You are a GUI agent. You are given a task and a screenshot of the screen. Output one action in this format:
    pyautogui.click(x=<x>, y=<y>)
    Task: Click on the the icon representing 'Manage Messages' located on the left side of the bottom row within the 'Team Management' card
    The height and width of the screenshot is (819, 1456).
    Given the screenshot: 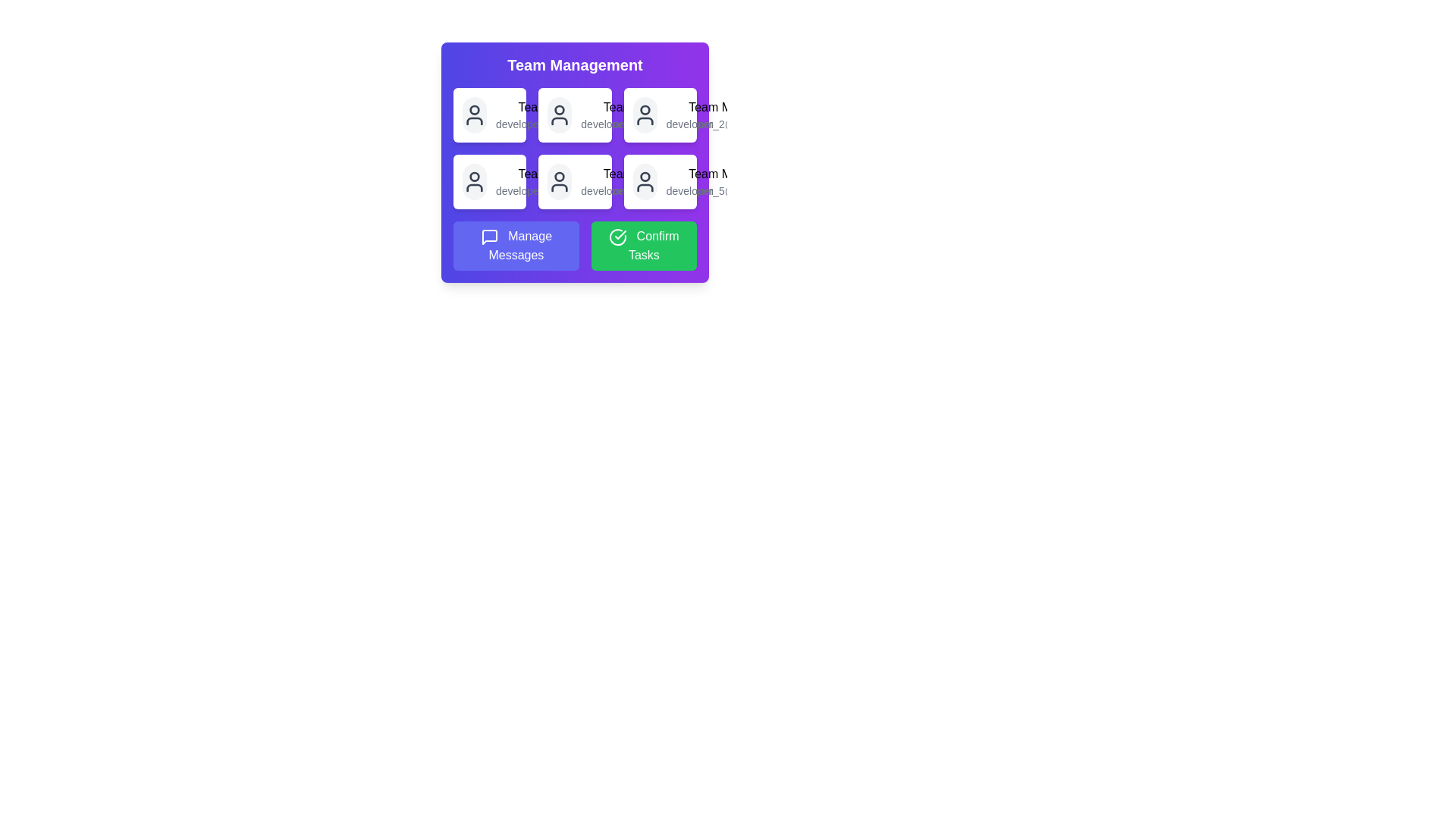 What is the action you would take?
    pyautogui.click(x=489, y=237)
    